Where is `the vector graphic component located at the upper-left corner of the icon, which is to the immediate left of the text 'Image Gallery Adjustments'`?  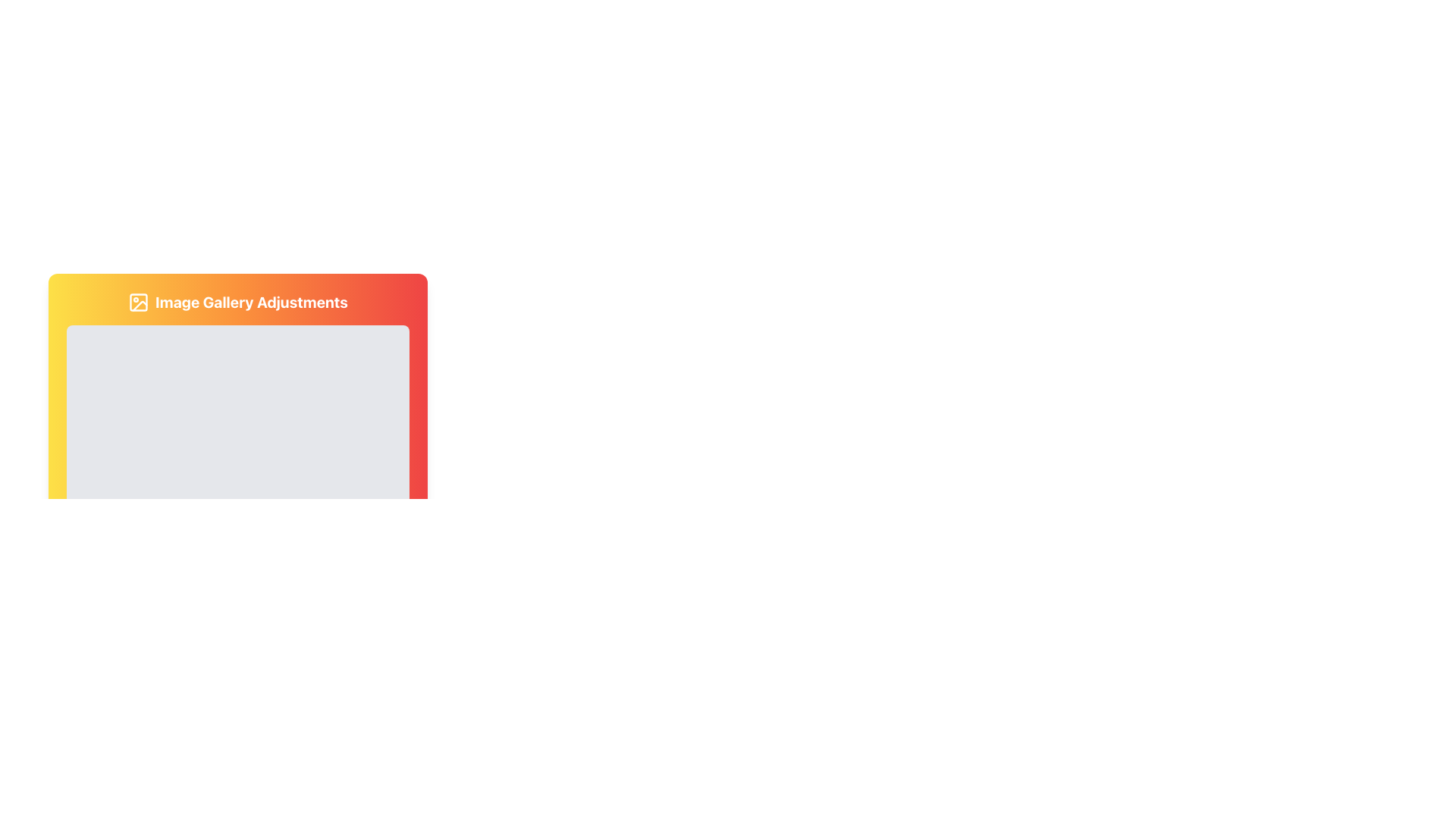
the vector graphic component located at the upper-left corner of the icon, which is to the immediate left of the text 'Image Gallery Adjustments' is located at coordinates (139, 302).